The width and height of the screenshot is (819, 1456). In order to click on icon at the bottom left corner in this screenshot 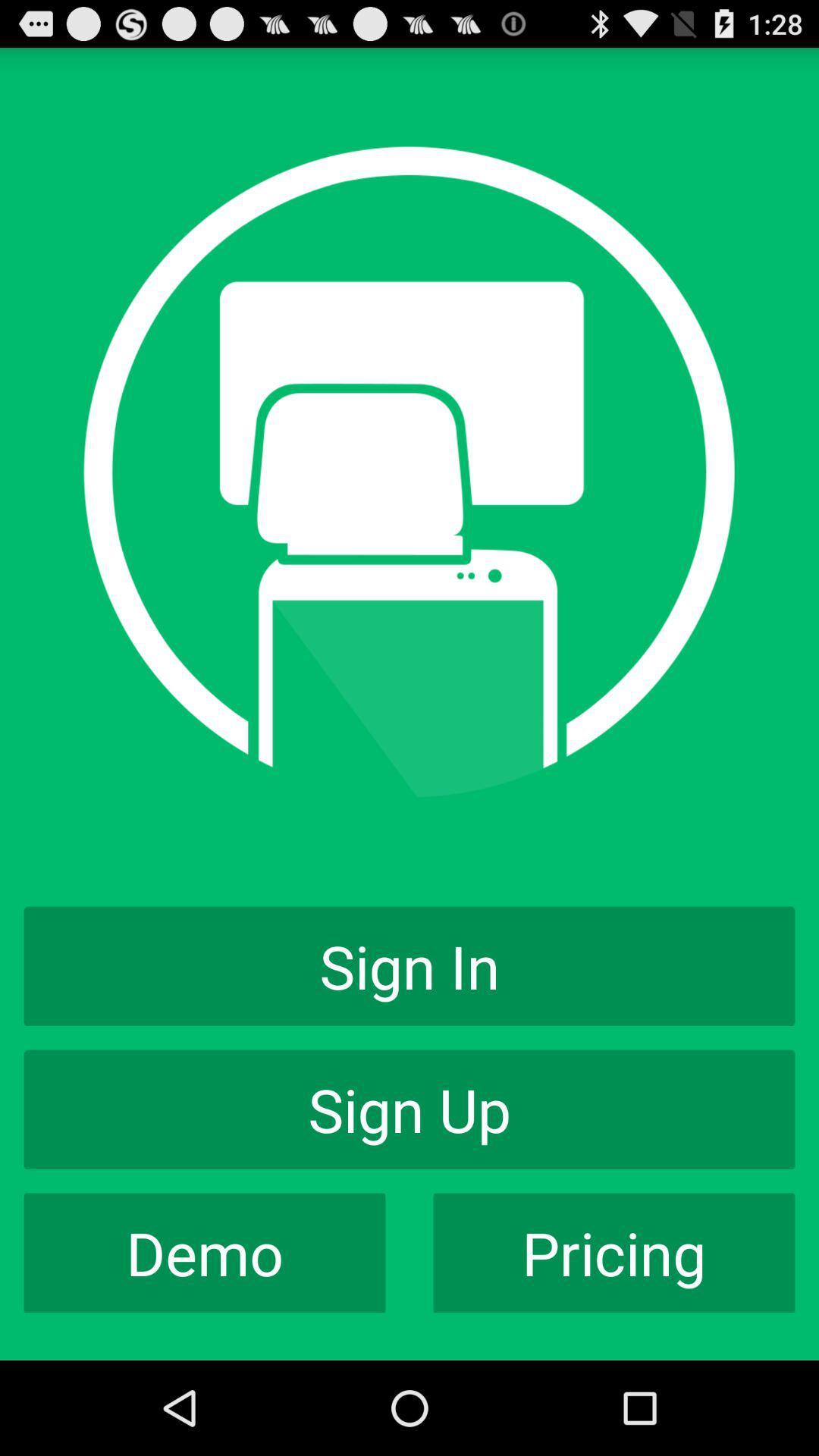, I will do `click(205, 1253)`.